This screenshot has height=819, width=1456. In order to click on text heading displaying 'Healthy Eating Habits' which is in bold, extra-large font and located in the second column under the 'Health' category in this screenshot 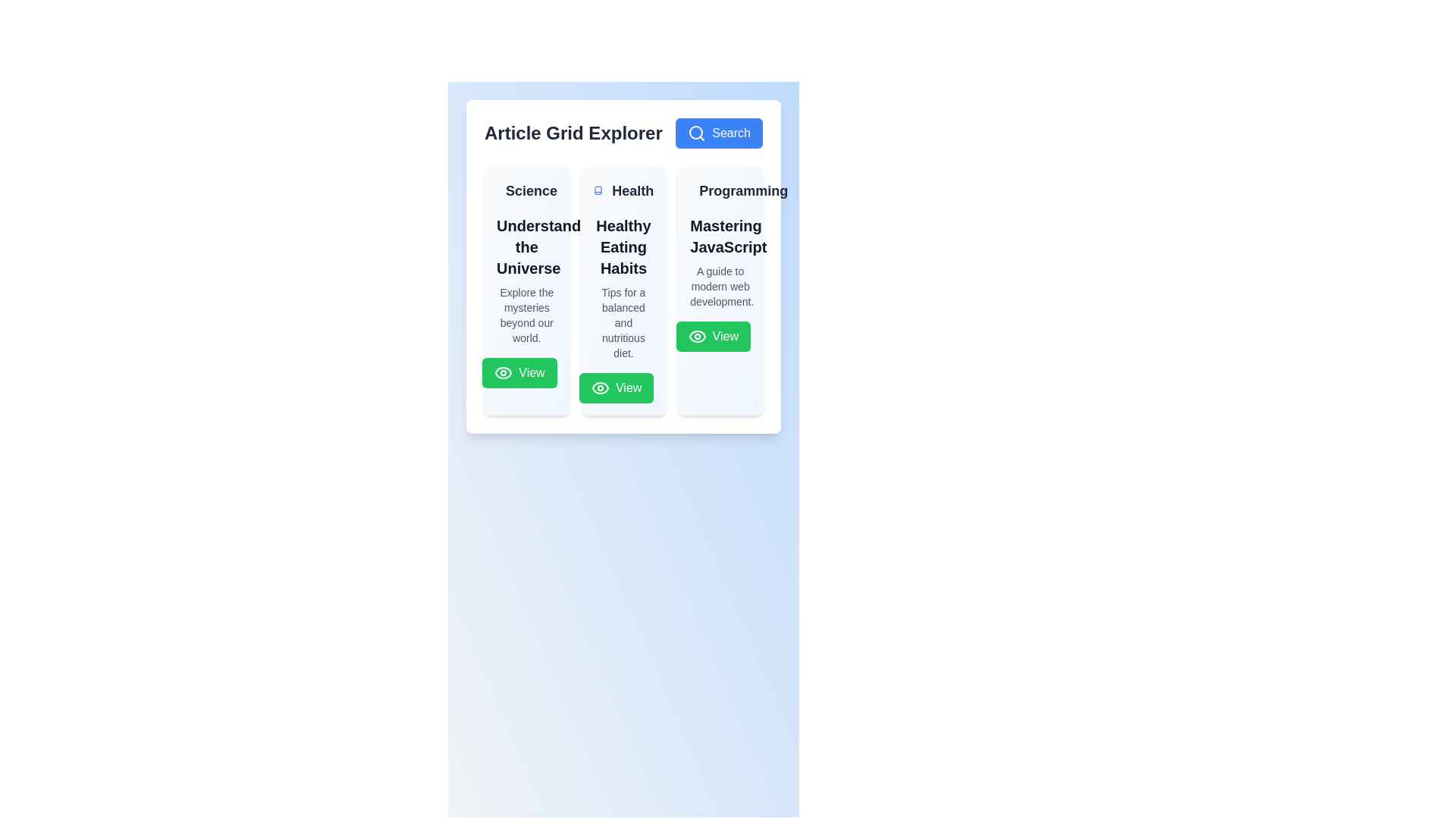, I will do `click(623, 246)`.